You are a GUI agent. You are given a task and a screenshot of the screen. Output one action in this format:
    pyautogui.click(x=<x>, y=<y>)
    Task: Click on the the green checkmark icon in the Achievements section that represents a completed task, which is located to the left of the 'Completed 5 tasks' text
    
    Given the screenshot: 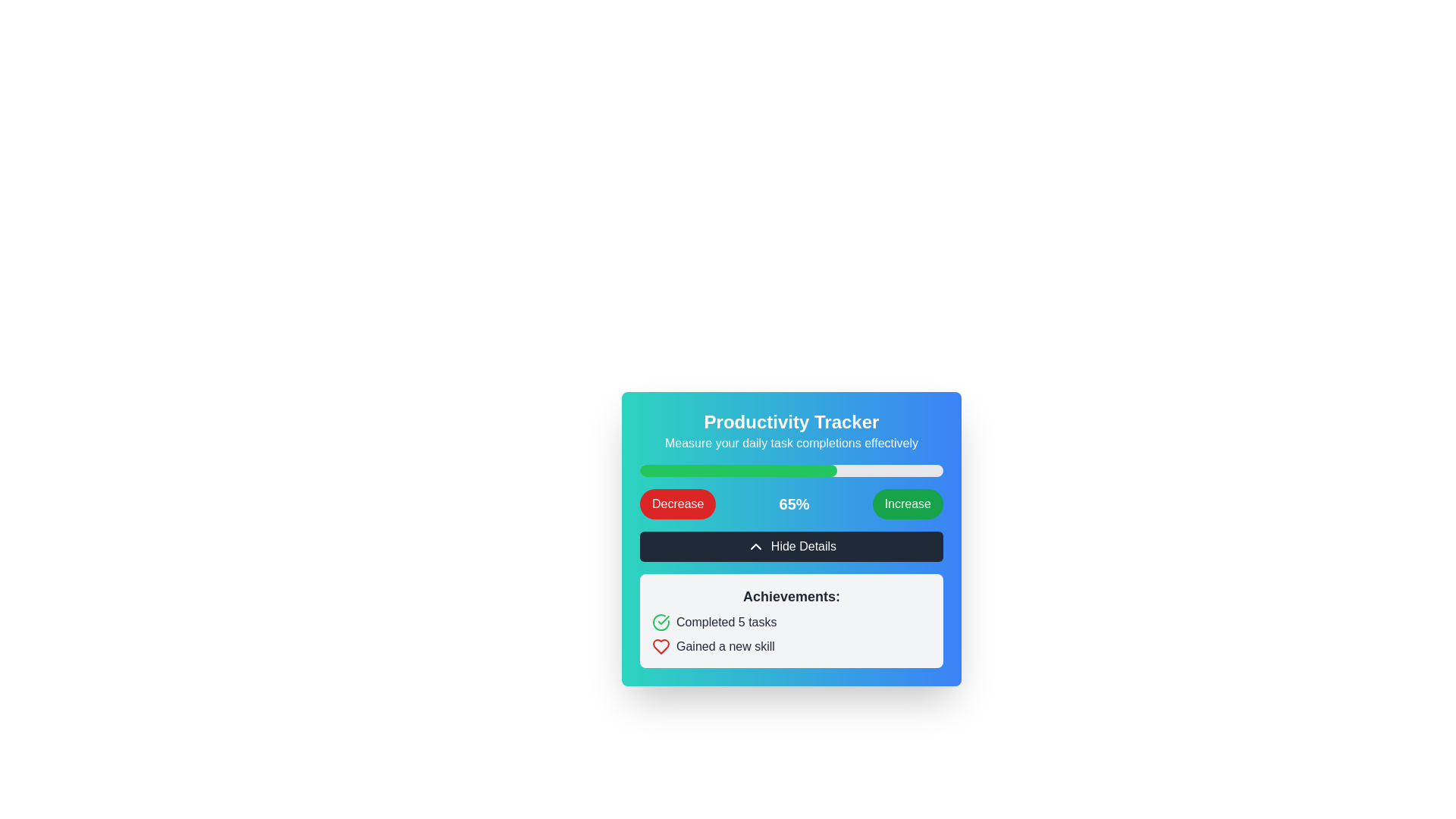 What is the action you would take?
    pyautogui.click(x=661, y=623)
    